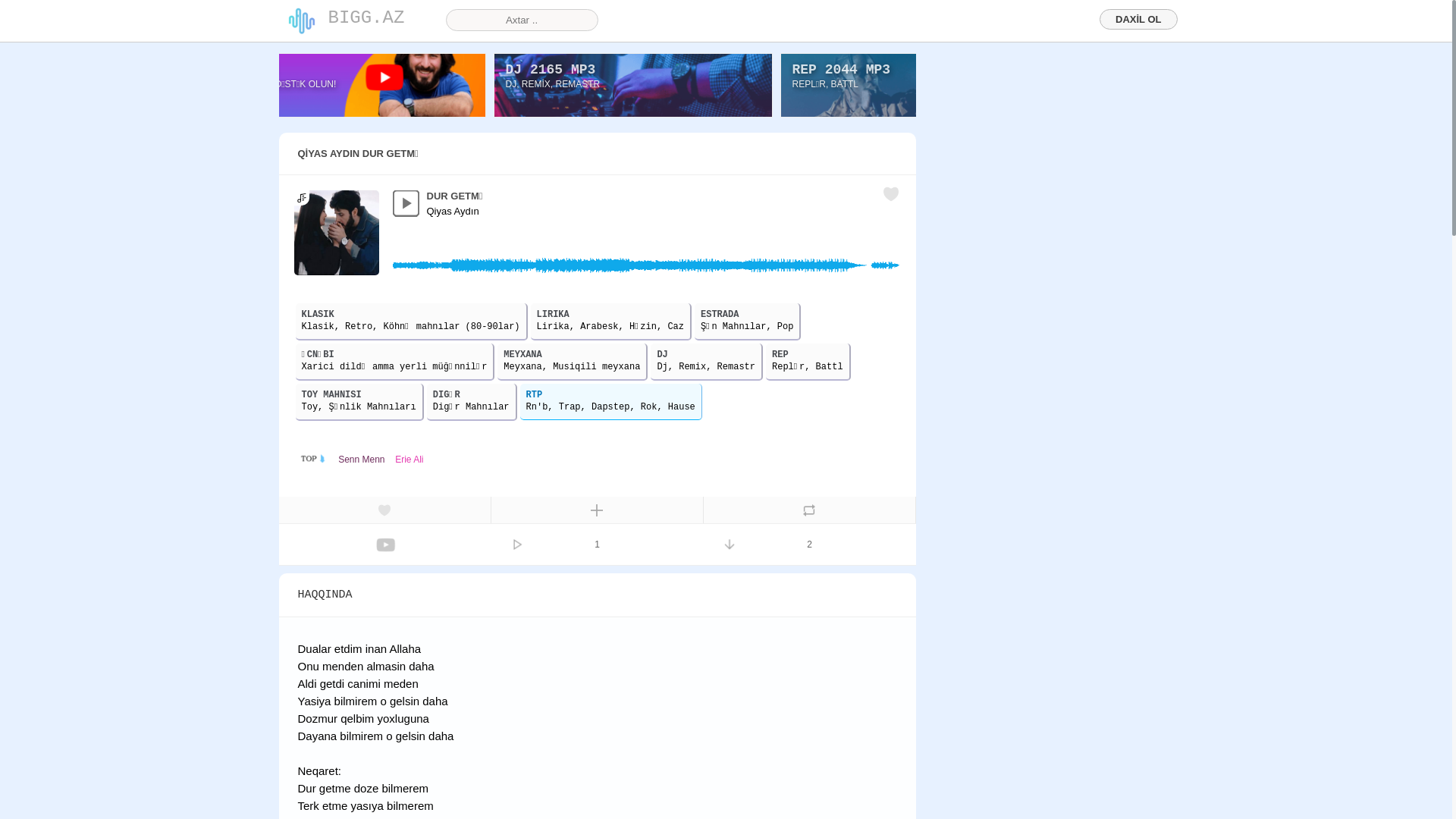  What do you see at coordinates (1138, 19) in the screenshot?
I see `'DAXIL OL'` at bounding box center [1138, 19].